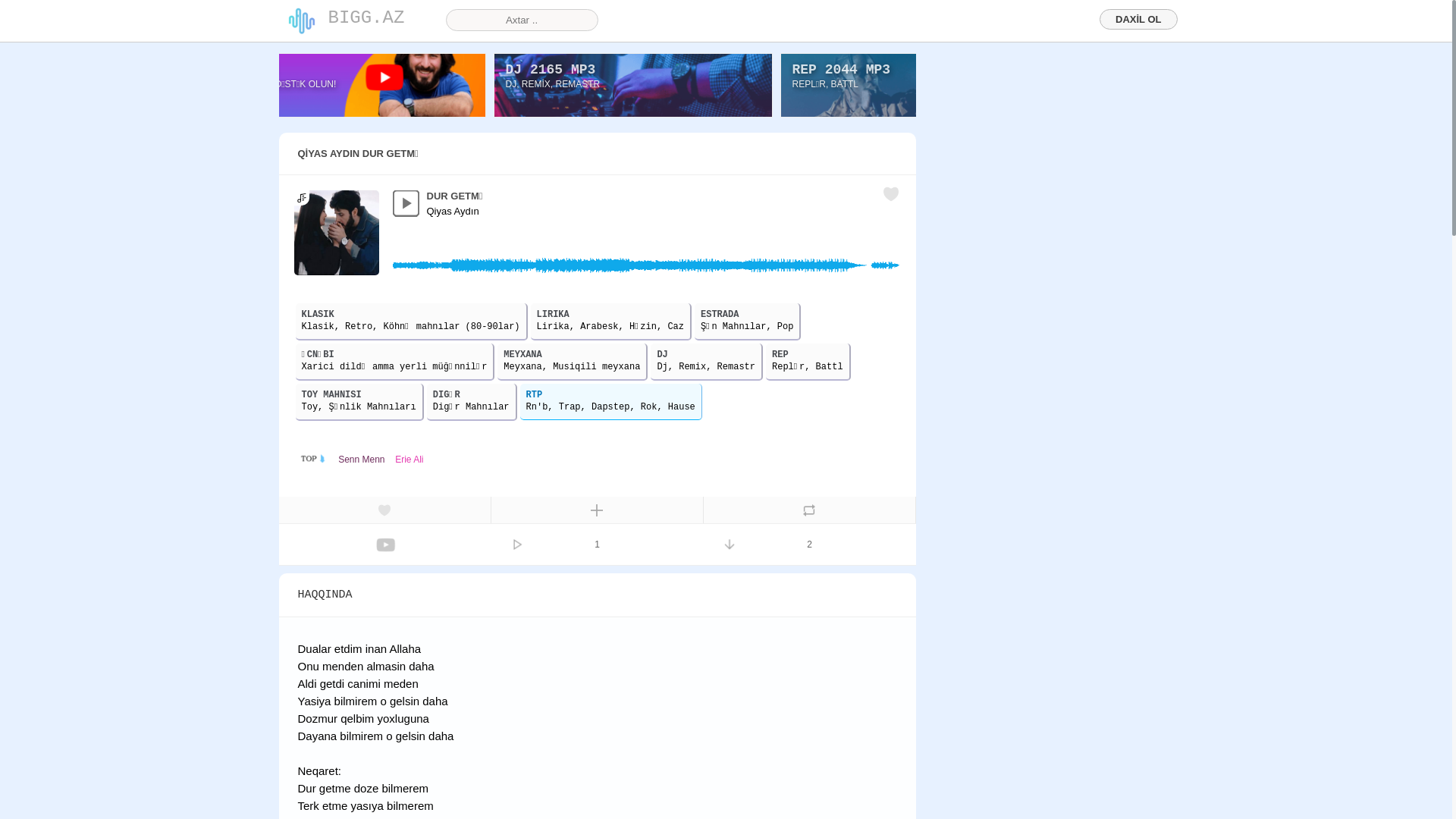  What do you see at coordinates (1138, 19) in the screenshot?
I see `'DAXIL OL'` at bounding box center [1138, 19].